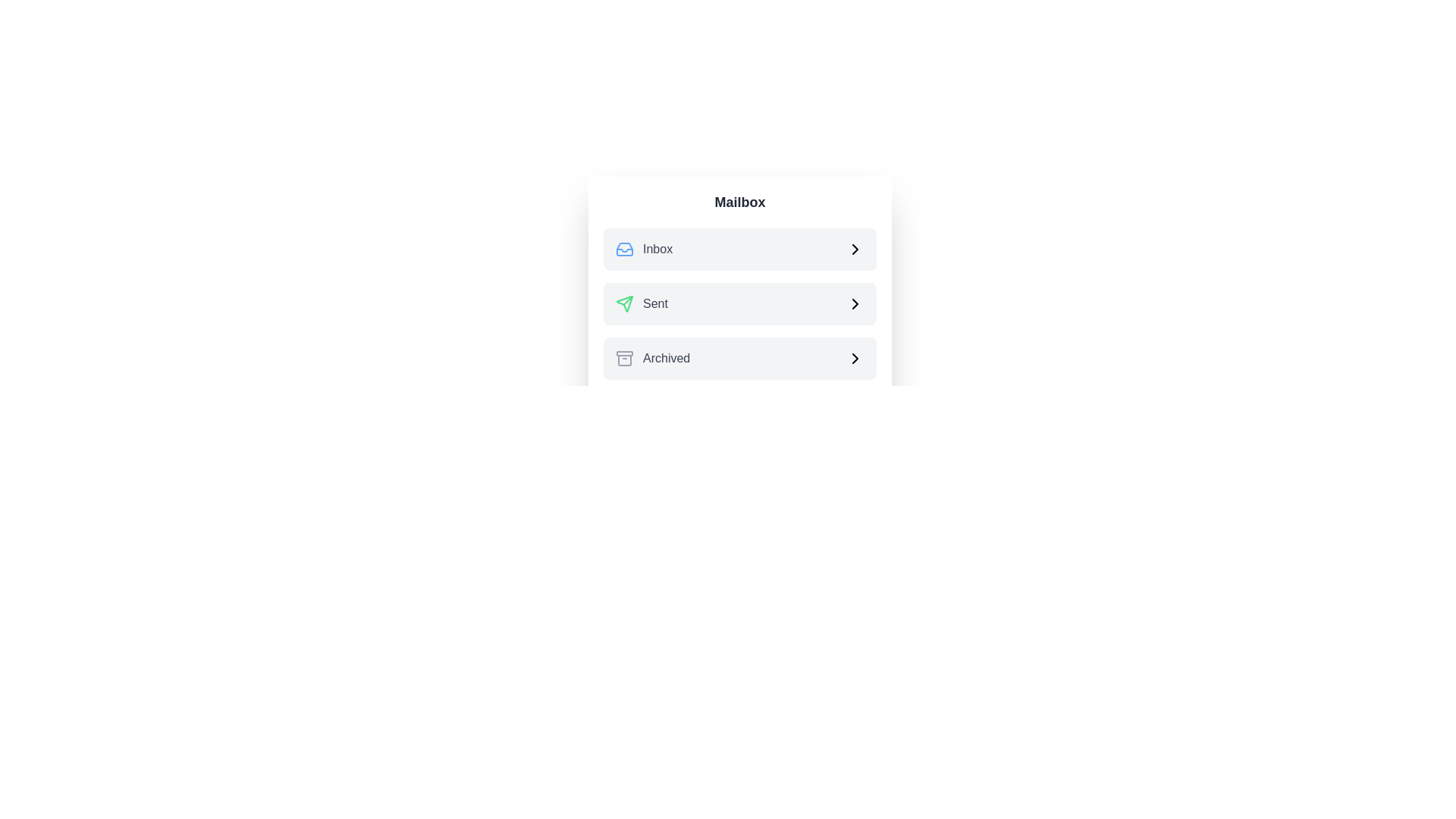 Image resolution: width=1456 pixels, height=819 pixels. I want to click on the Text header that indicates the purpose or content of the card, located at the top of the card layout, so click(739, 201).